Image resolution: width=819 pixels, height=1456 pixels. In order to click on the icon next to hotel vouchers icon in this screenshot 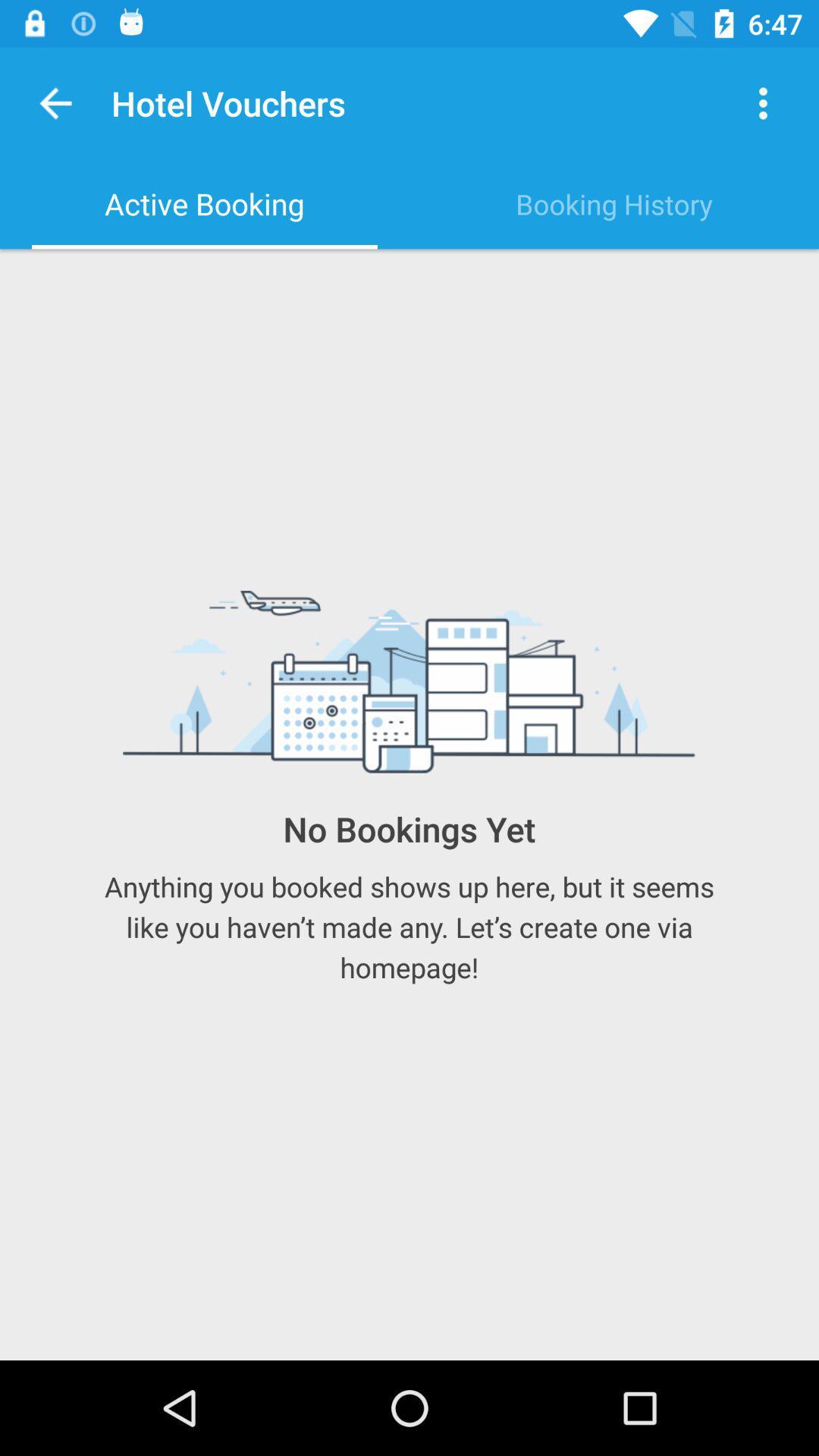, I will do `click(55, 102)`.